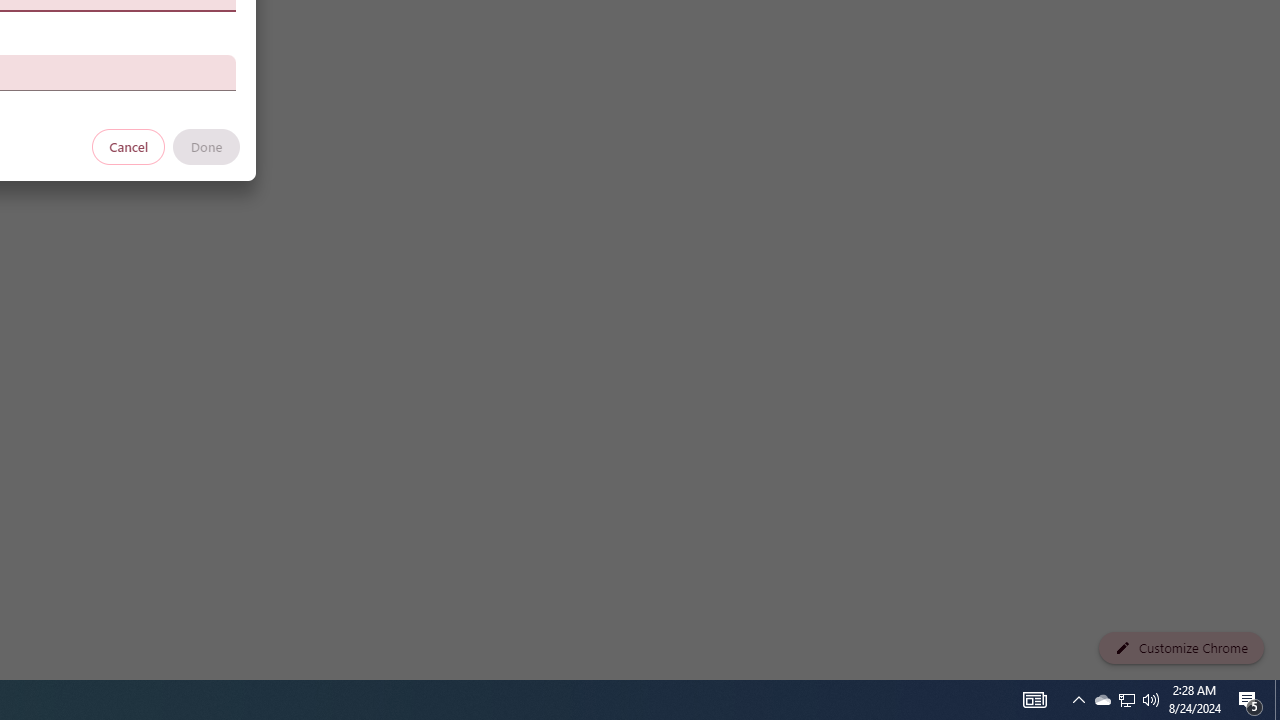  I want to click on 'Cancel', so click(128, 145).